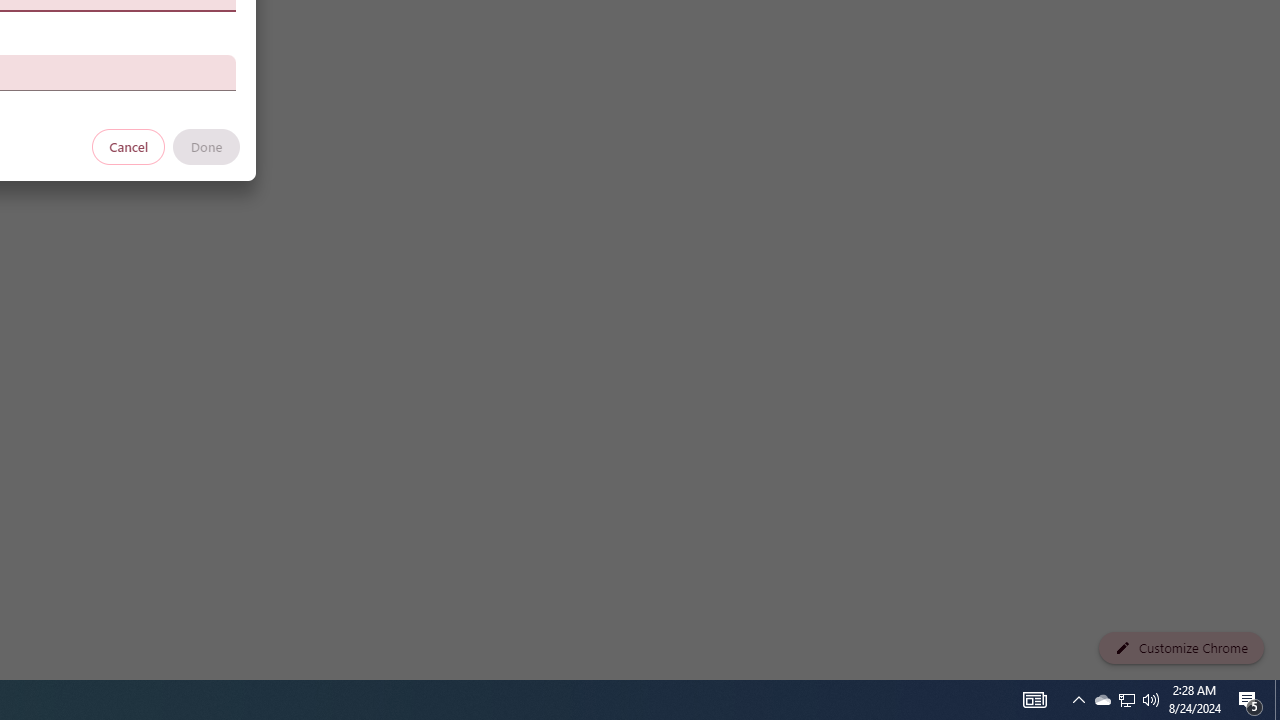  I want to click on 'Cancel', so click(128, 145).